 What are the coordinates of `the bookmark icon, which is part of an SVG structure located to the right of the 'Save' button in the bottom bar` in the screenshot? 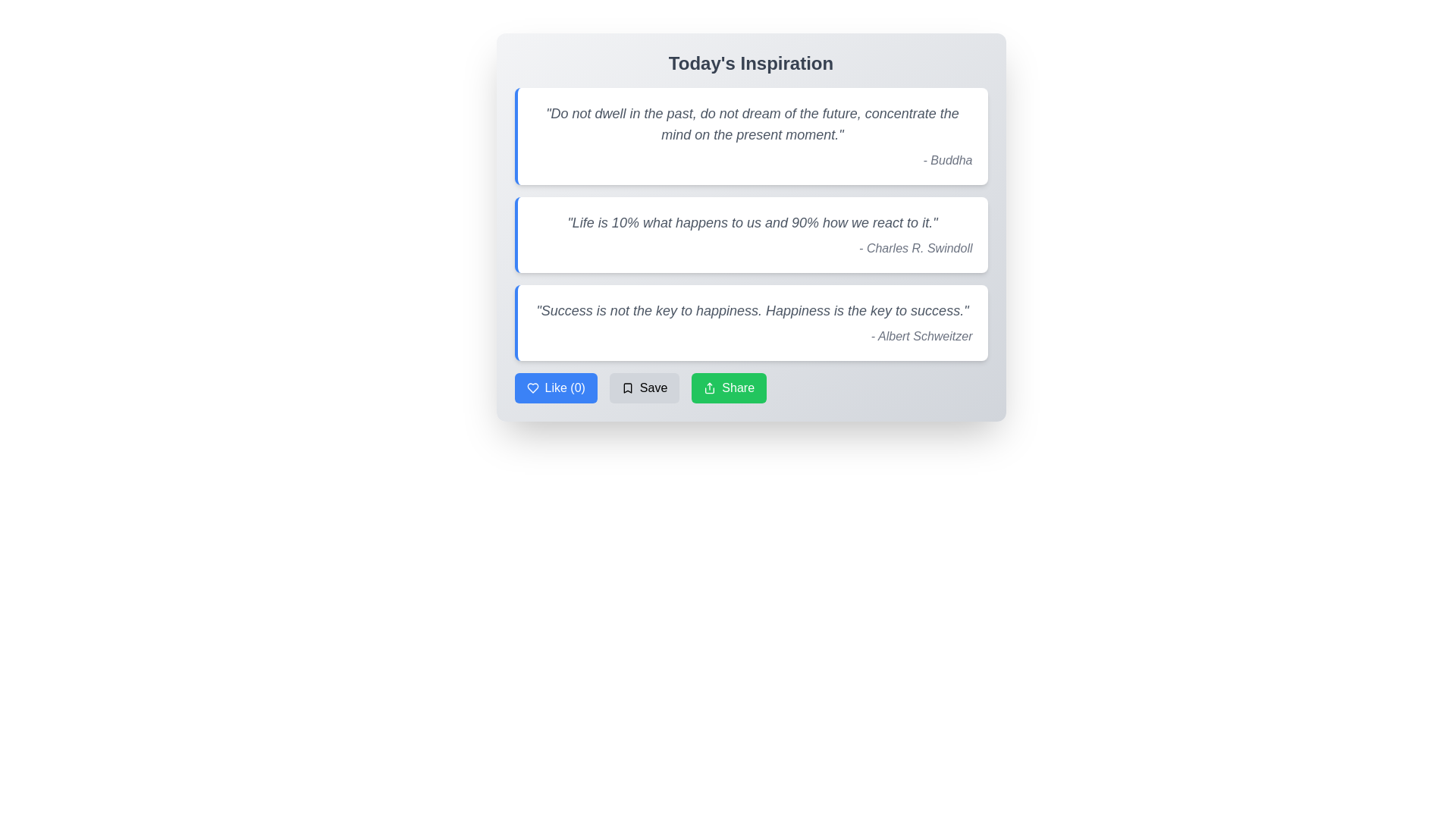 It's located at (627, 388).